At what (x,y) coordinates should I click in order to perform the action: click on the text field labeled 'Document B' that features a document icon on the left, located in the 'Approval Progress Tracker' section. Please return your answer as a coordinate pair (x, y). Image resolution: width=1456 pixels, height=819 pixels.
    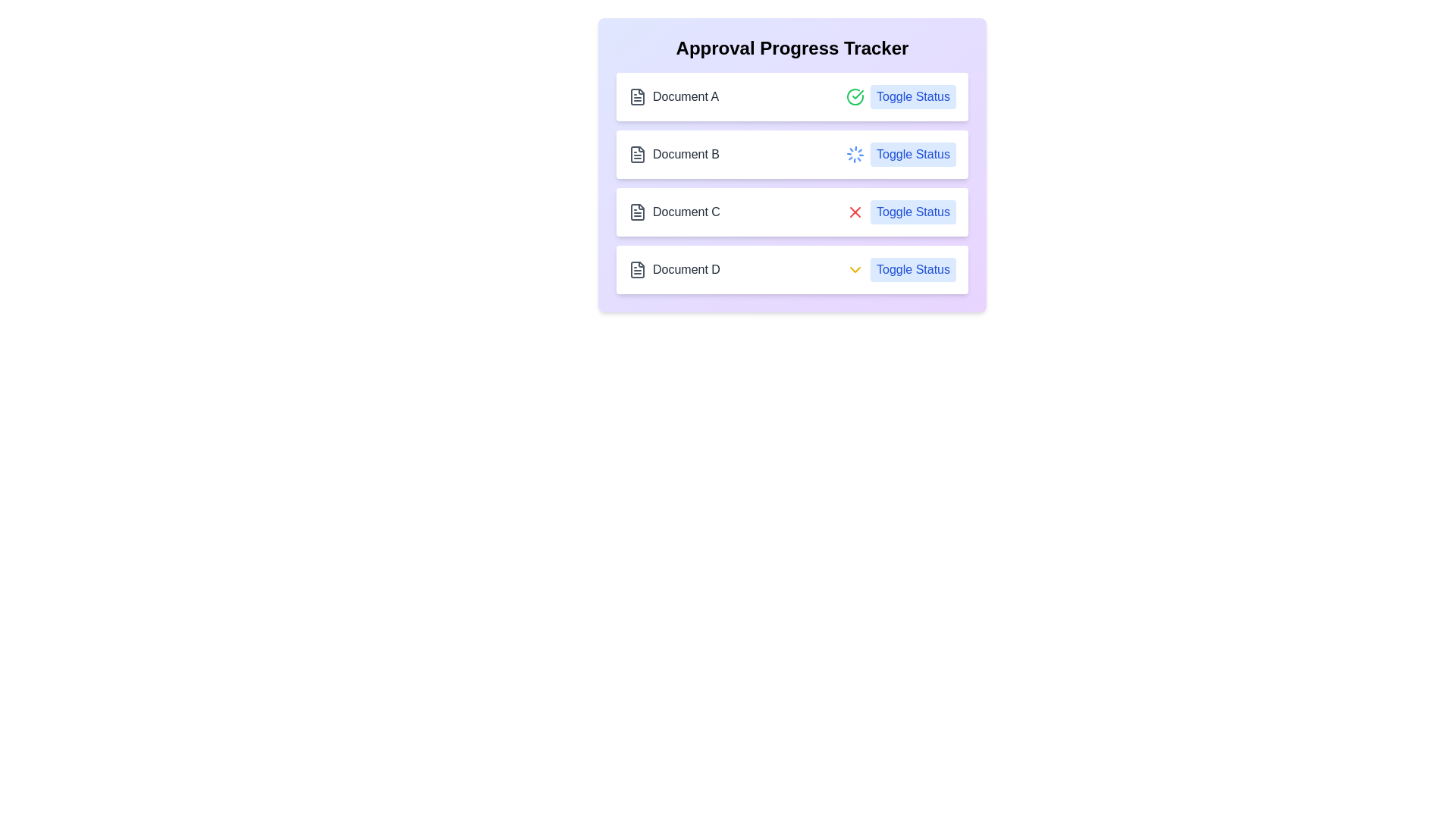
    Looking at the image, I should click on (673, 155).